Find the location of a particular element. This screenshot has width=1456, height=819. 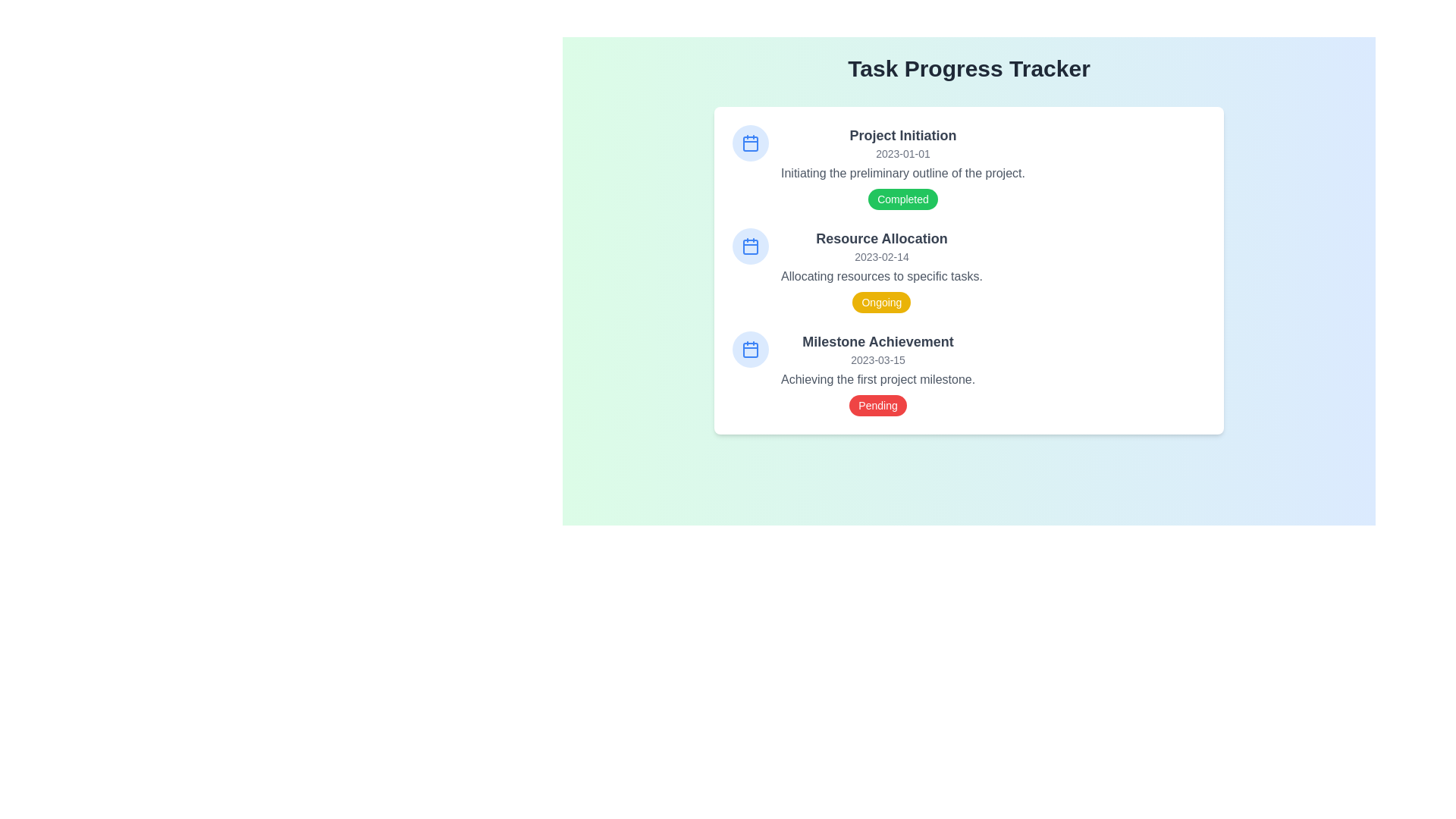

the calendar icon with a blue outline that is located within a light blue circular badge is located at coordinates (750, 245).